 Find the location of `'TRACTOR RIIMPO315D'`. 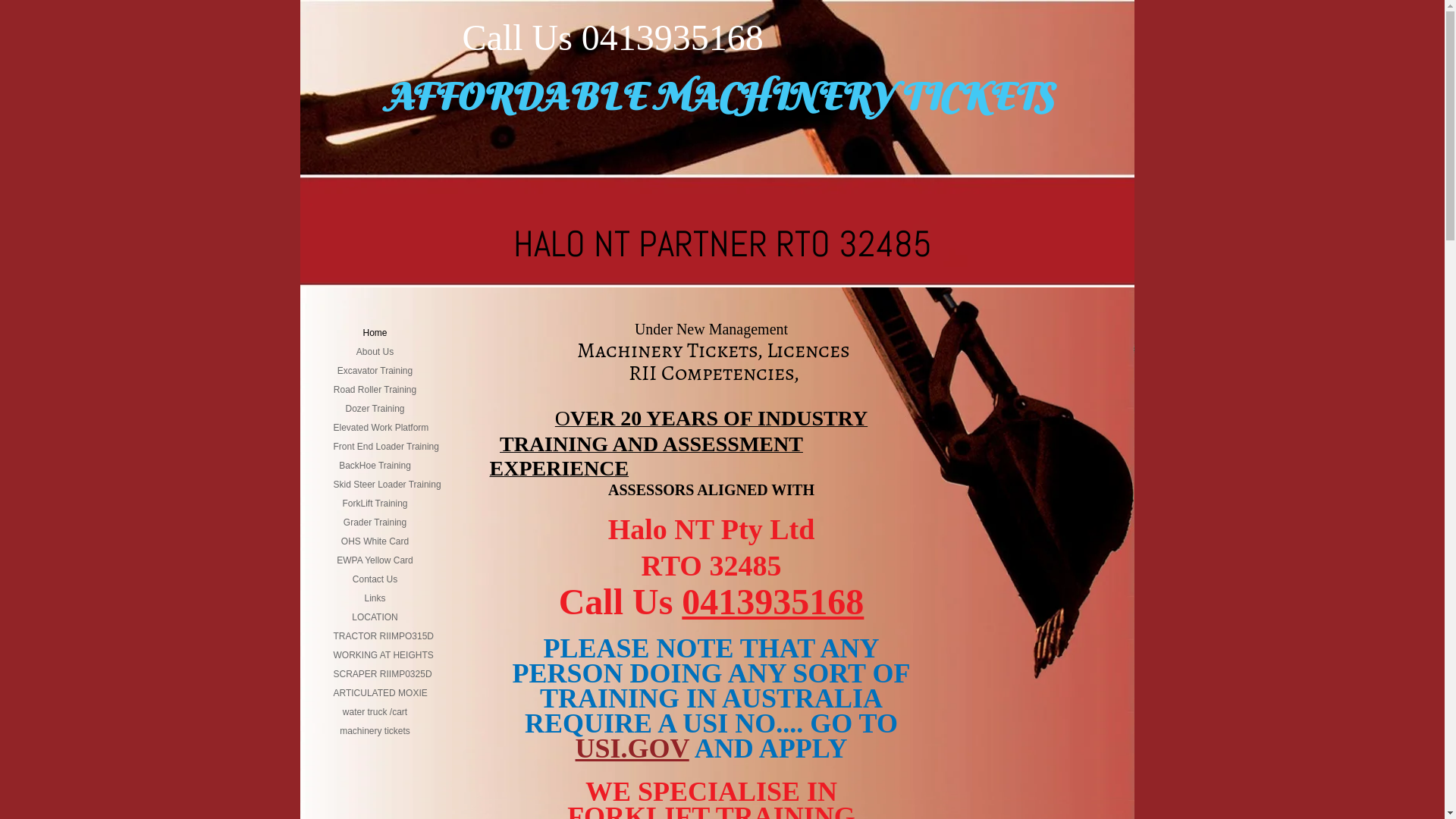

'TRACTOR RIIMPO315D' is located at coordinates (383, 636).